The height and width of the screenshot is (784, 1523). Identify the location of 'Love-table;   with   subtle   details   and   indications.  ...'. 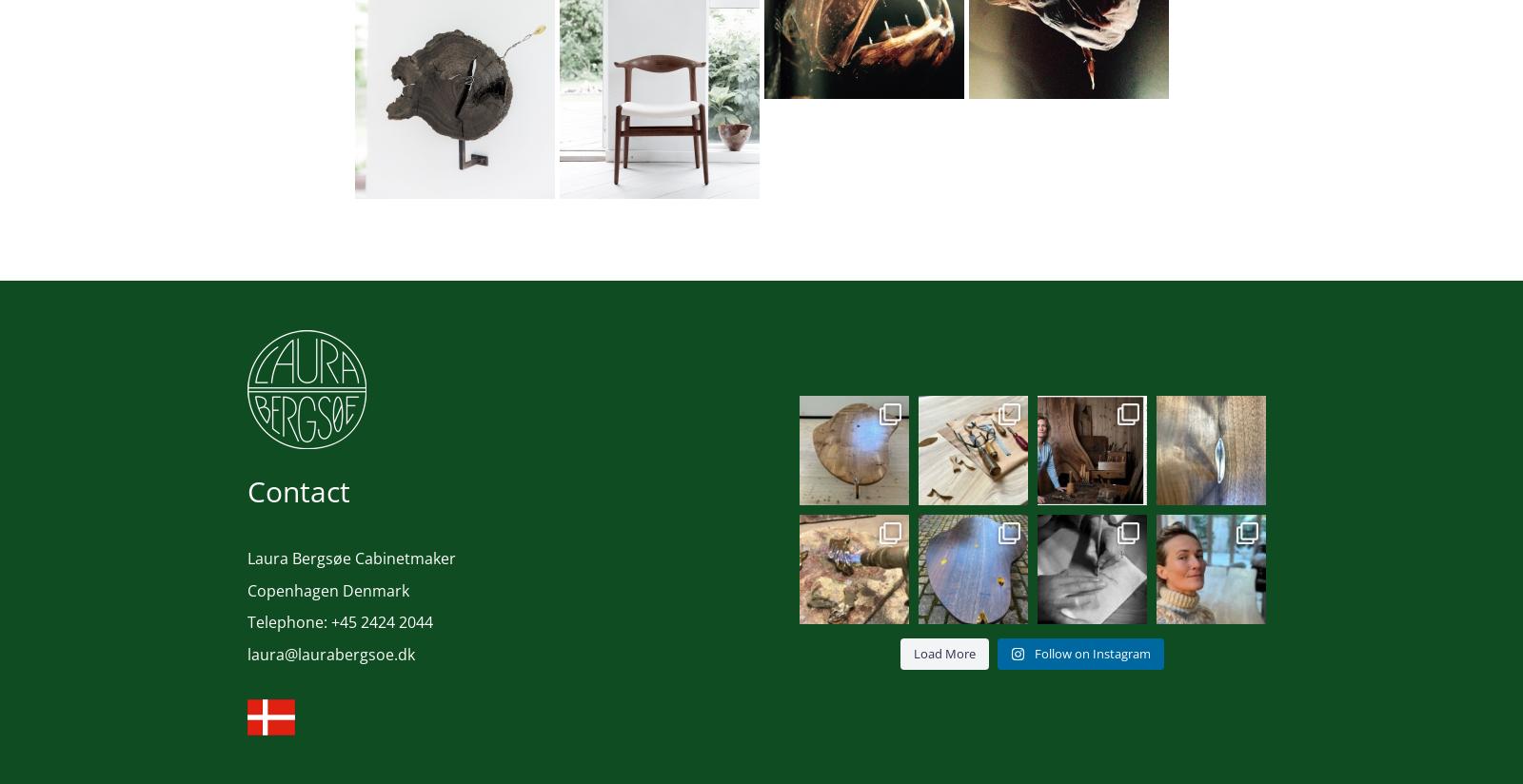
(852, 421).